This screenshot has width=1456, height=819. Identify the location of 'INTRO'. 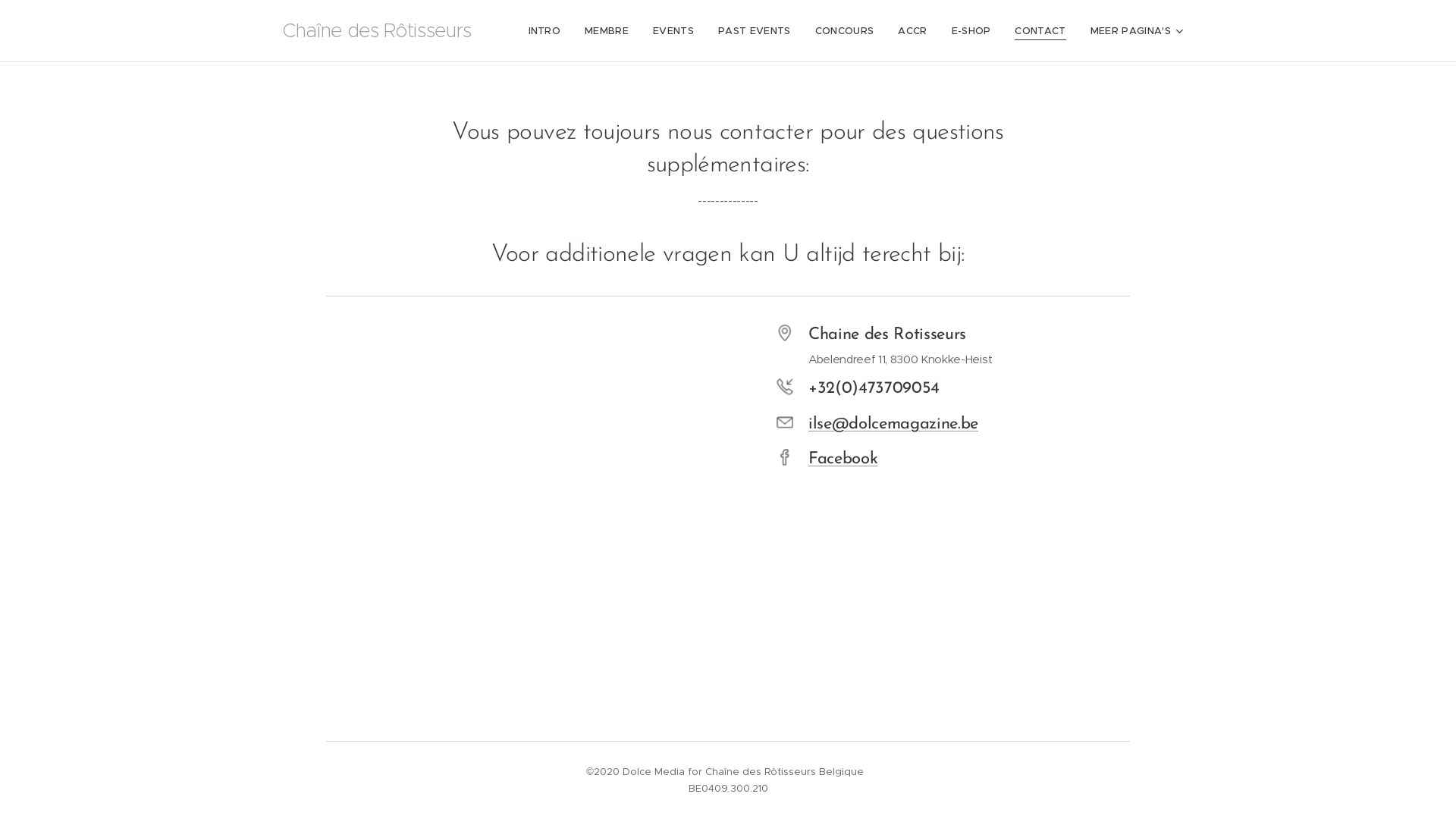
(548, 31).